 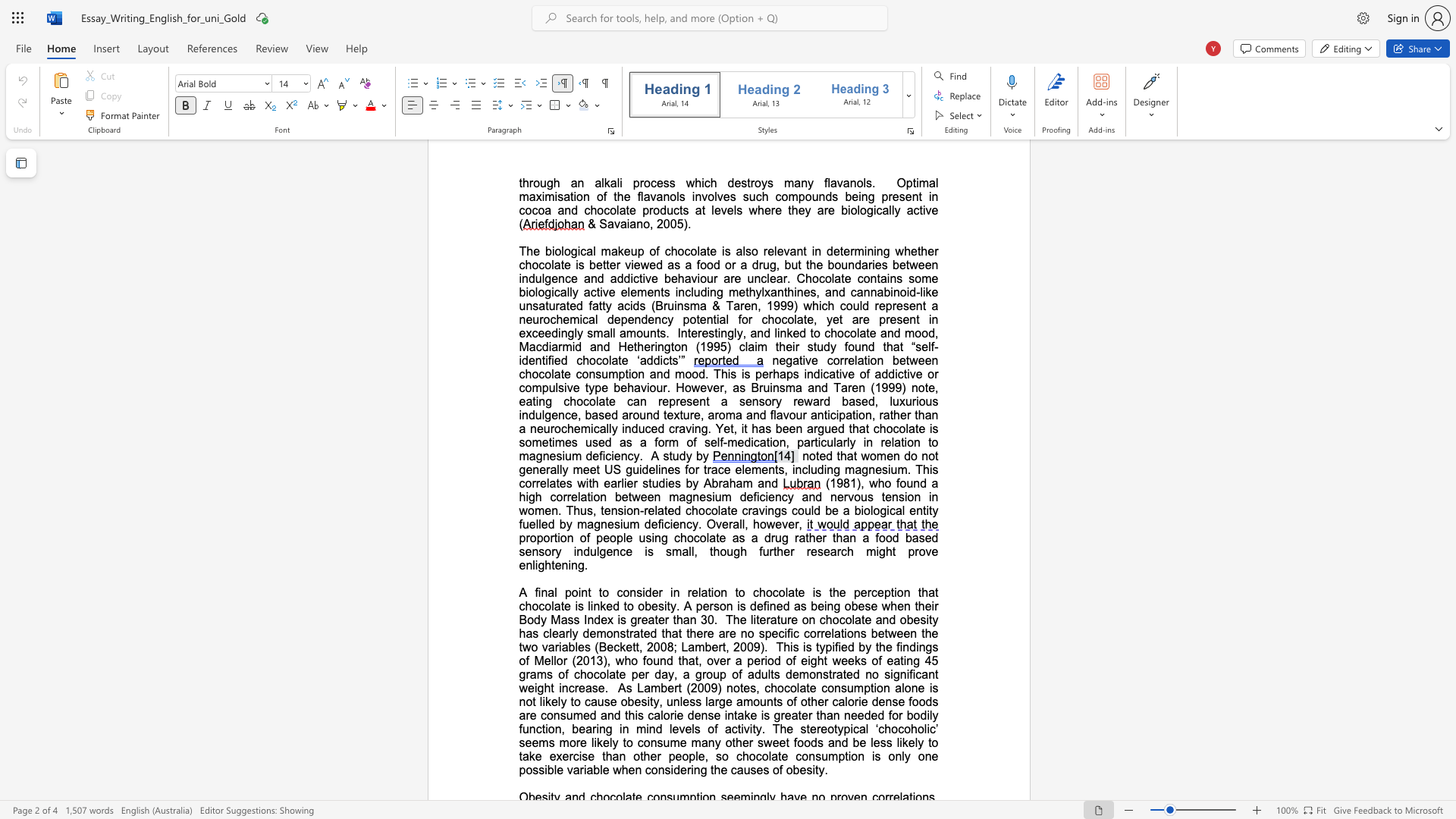 What do you see at coordinates (612, 756) in the screenshot?
I see `the subset text "an other people, so chocolate cons" within the text "of other calorie dense foods are consumed and this calorie dense intake is greater than needed for bodily function, bearing in mind levels of activity. The stereotypical ‘chocoholic’ seems more likely to consume many other sweet foods and be less likely to take exercise than other people, so chocolate consumption is only one possible variable when considering the causes of obesity."` at bounding box center [612, 756].